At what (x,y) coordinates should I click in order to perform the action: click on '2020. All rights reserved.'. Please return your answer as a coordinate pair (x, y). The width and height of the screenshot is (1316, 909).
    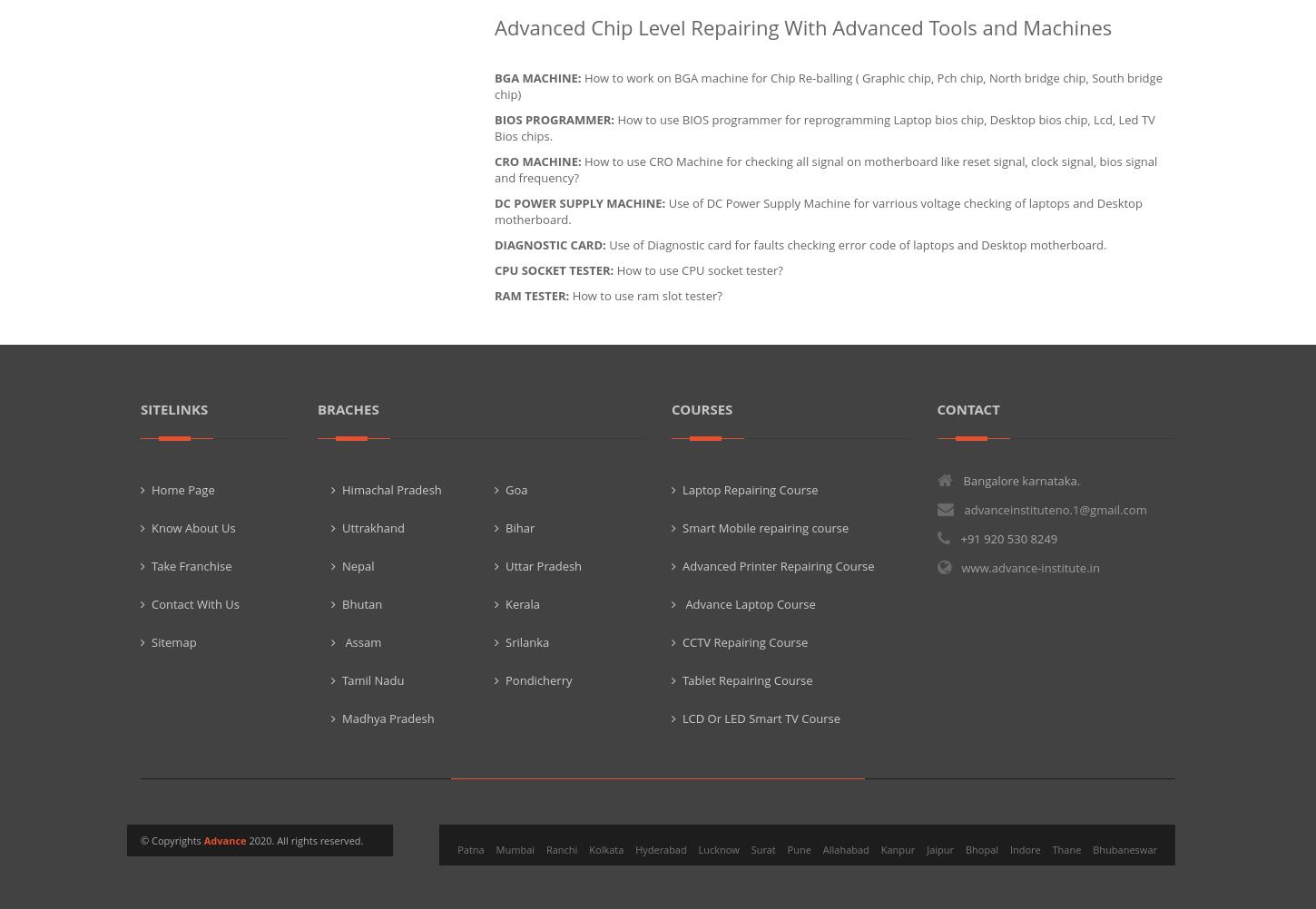
    Looking at the image, I should click on (304, 838).